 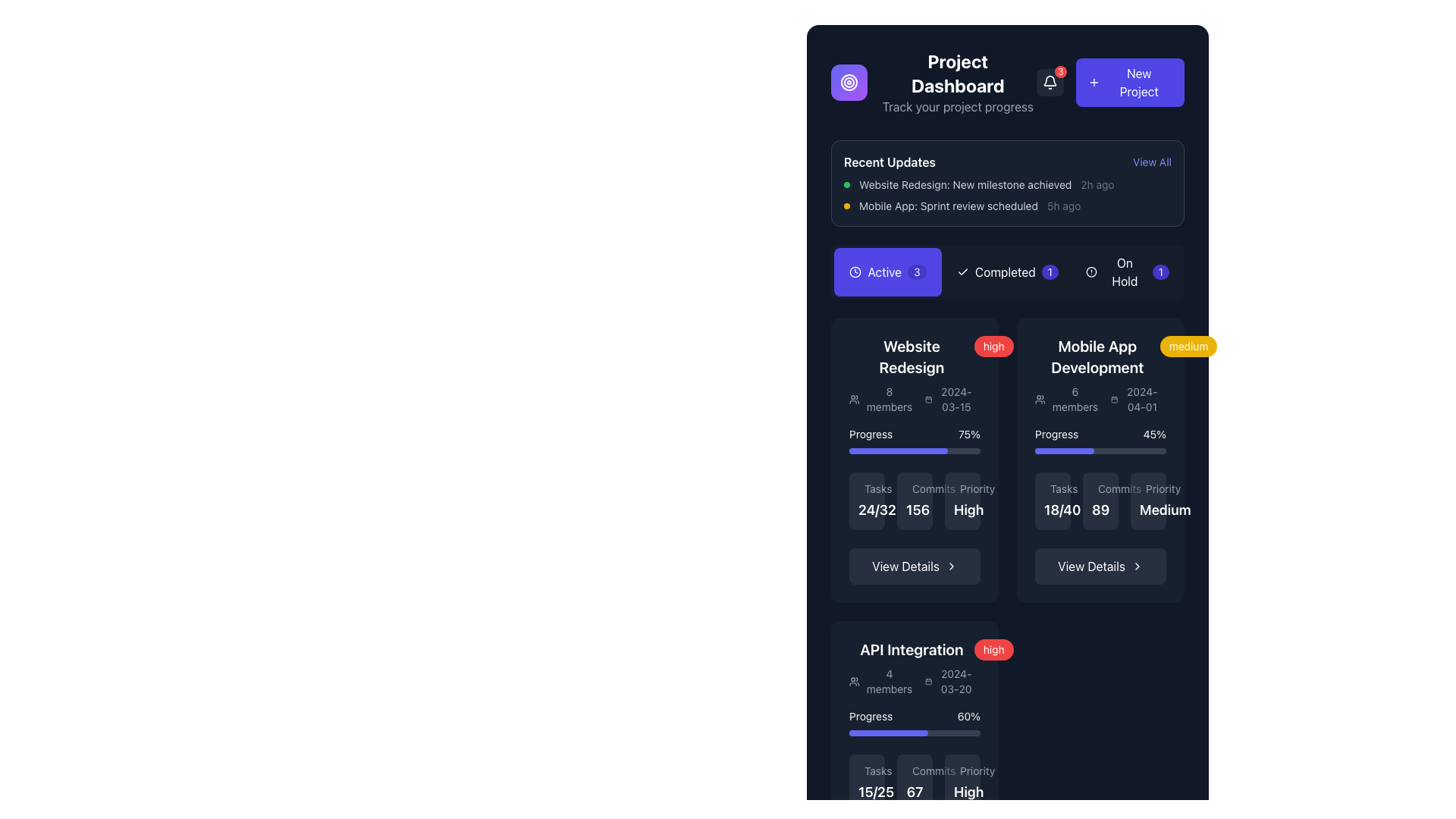 What do you see at coordinates (1100, 488) in the screenshot?
I see `the 'Commits' text label displayed in small gray font next to the branch icon within the project details card for 'Mobile App Development'` at bounding box center [1100, 488].